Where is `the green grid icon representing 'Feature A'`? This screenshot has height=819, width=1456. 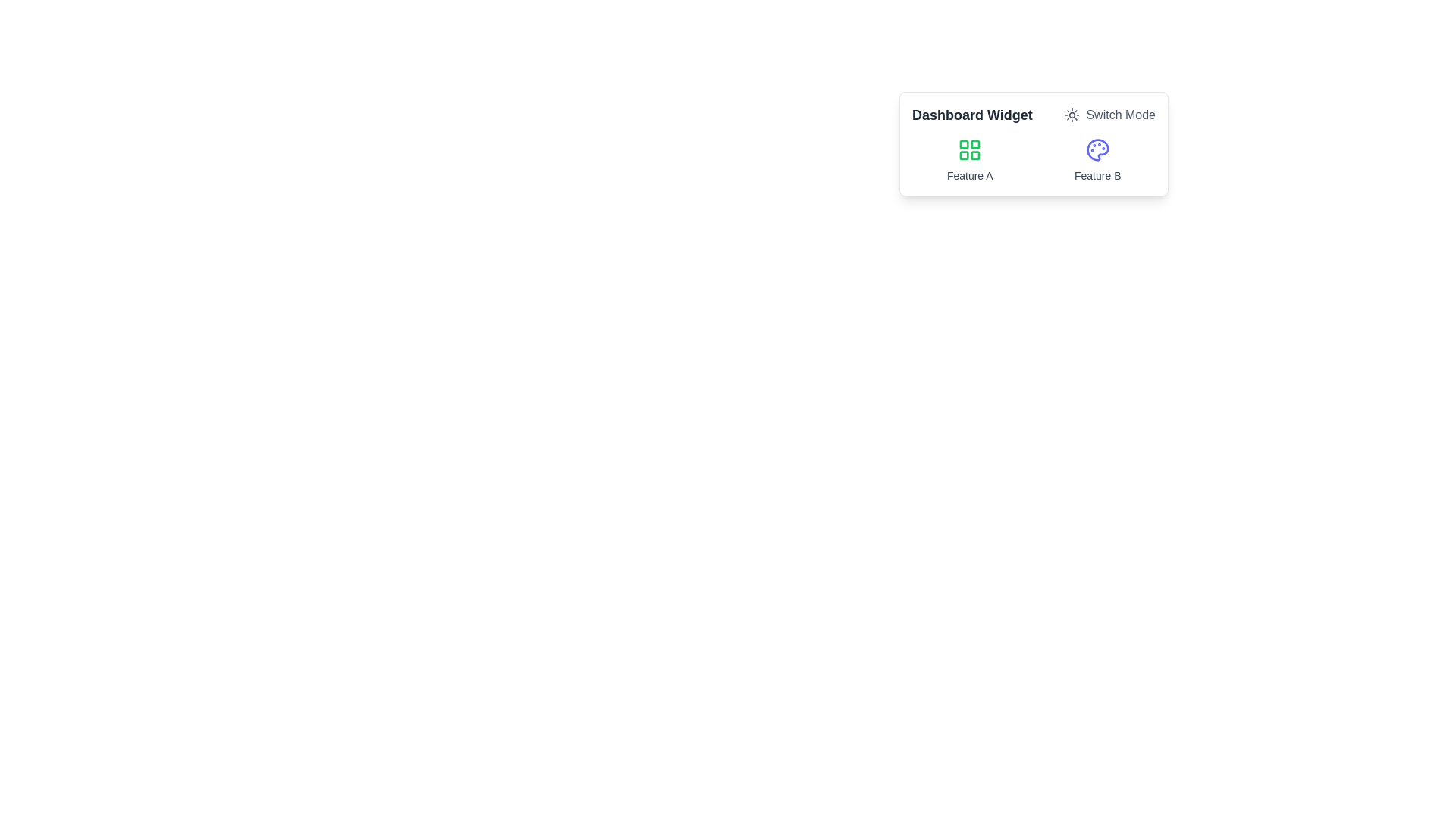 the green grid icon representing 'Feature A' is located at coordinates (969, 149).